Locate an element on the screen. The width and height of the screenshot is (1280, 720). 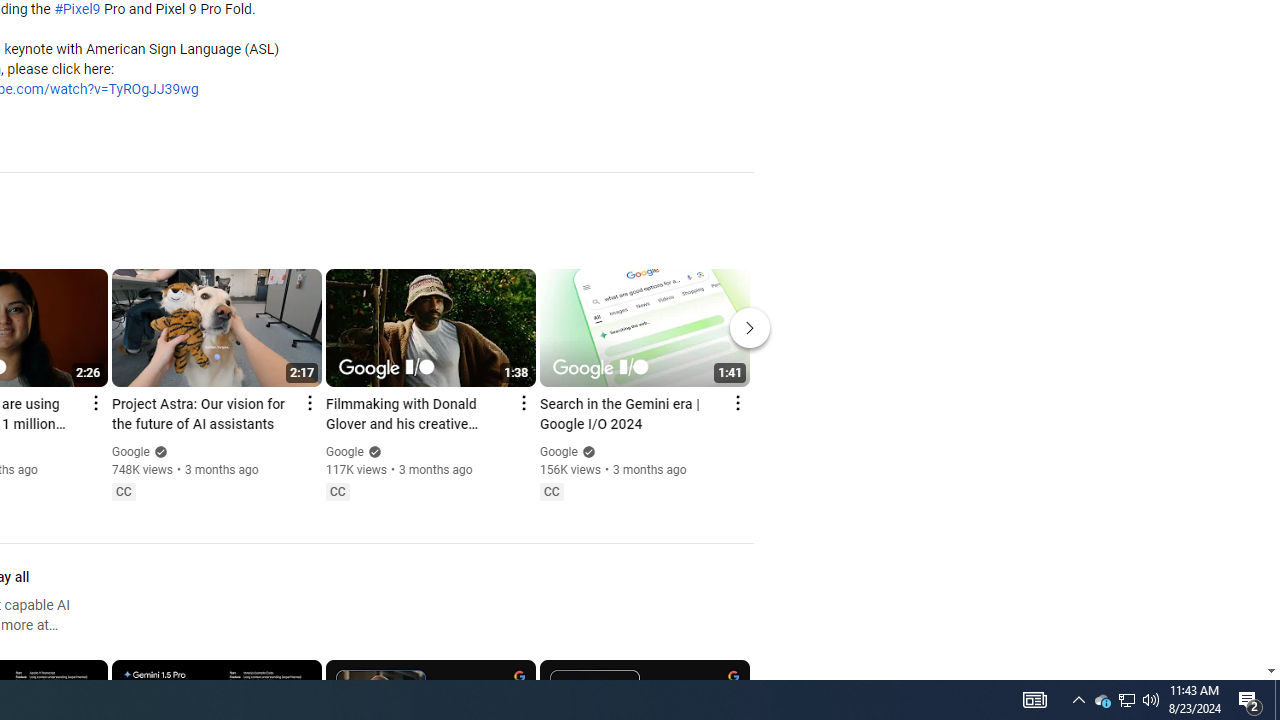
'#Pixel9' is located at coordinates (77, 10).